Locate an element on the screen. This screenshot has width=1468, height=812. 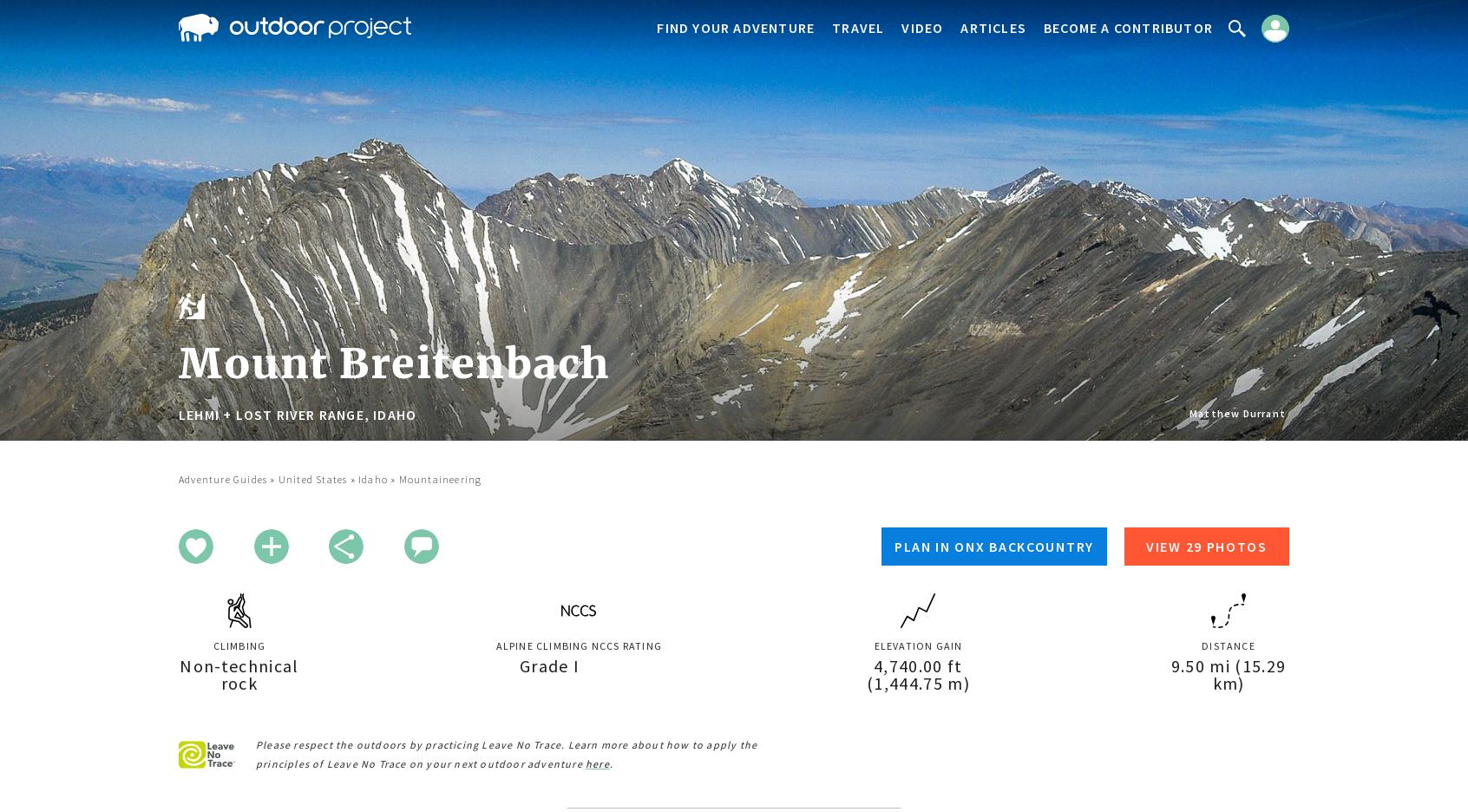
'Matthew Durrant' is located at coordinates (1236, 412).